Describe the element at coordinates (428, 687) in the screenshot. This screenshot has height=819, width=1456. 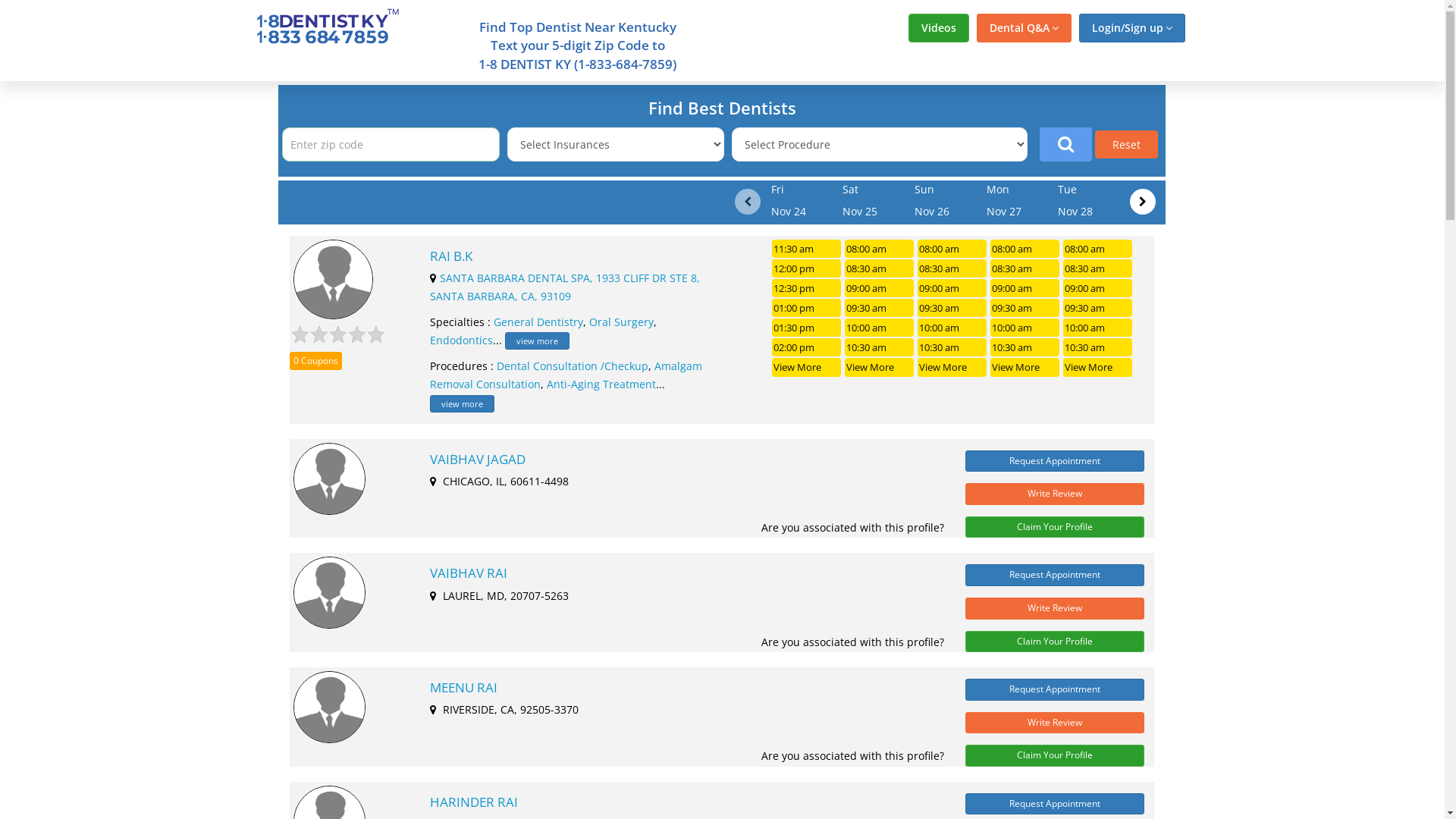
I see `'MEENU RAI'` at that location.